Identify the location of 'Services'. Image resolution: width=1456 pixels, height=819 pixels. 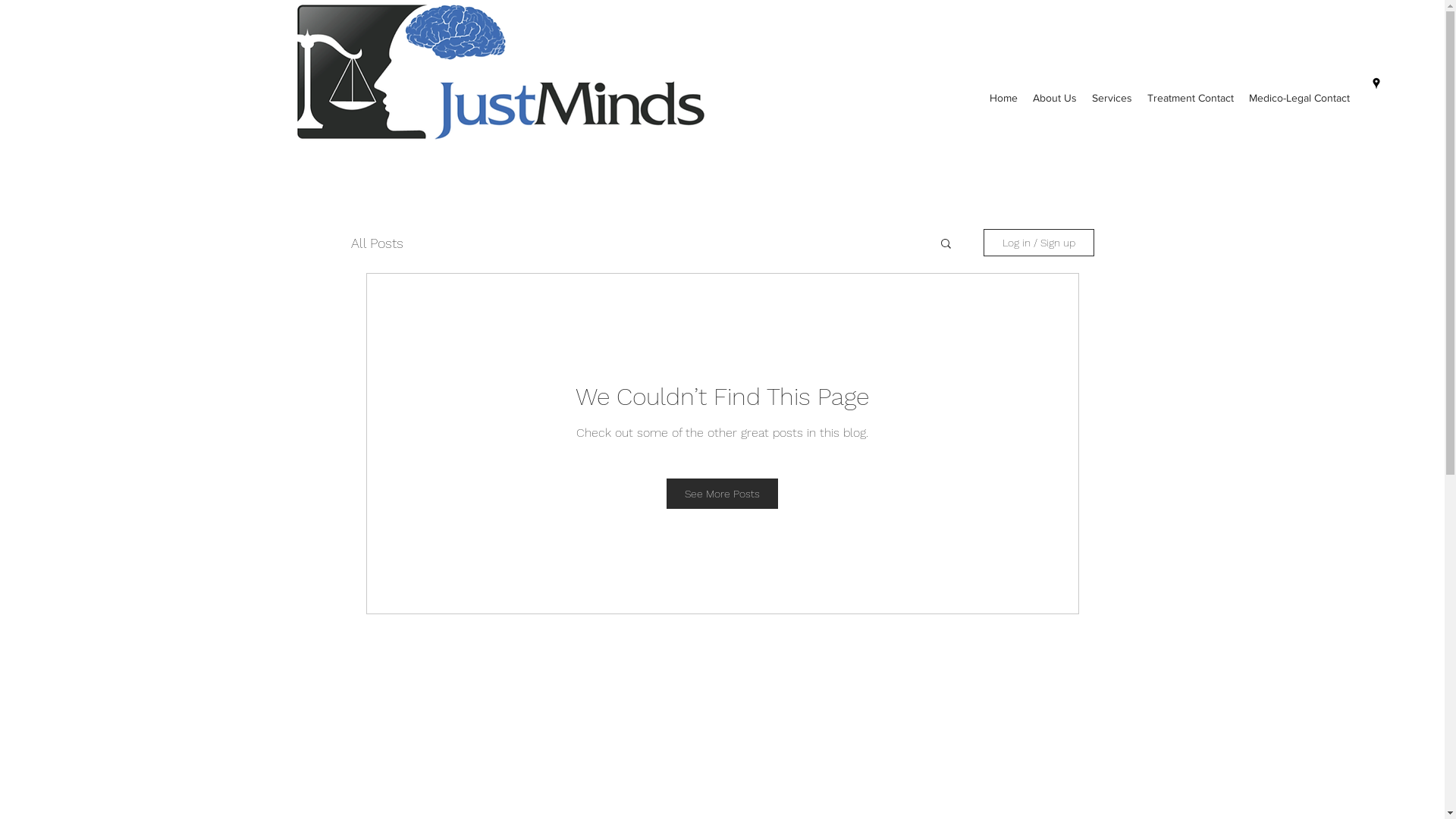
(1112, 98).